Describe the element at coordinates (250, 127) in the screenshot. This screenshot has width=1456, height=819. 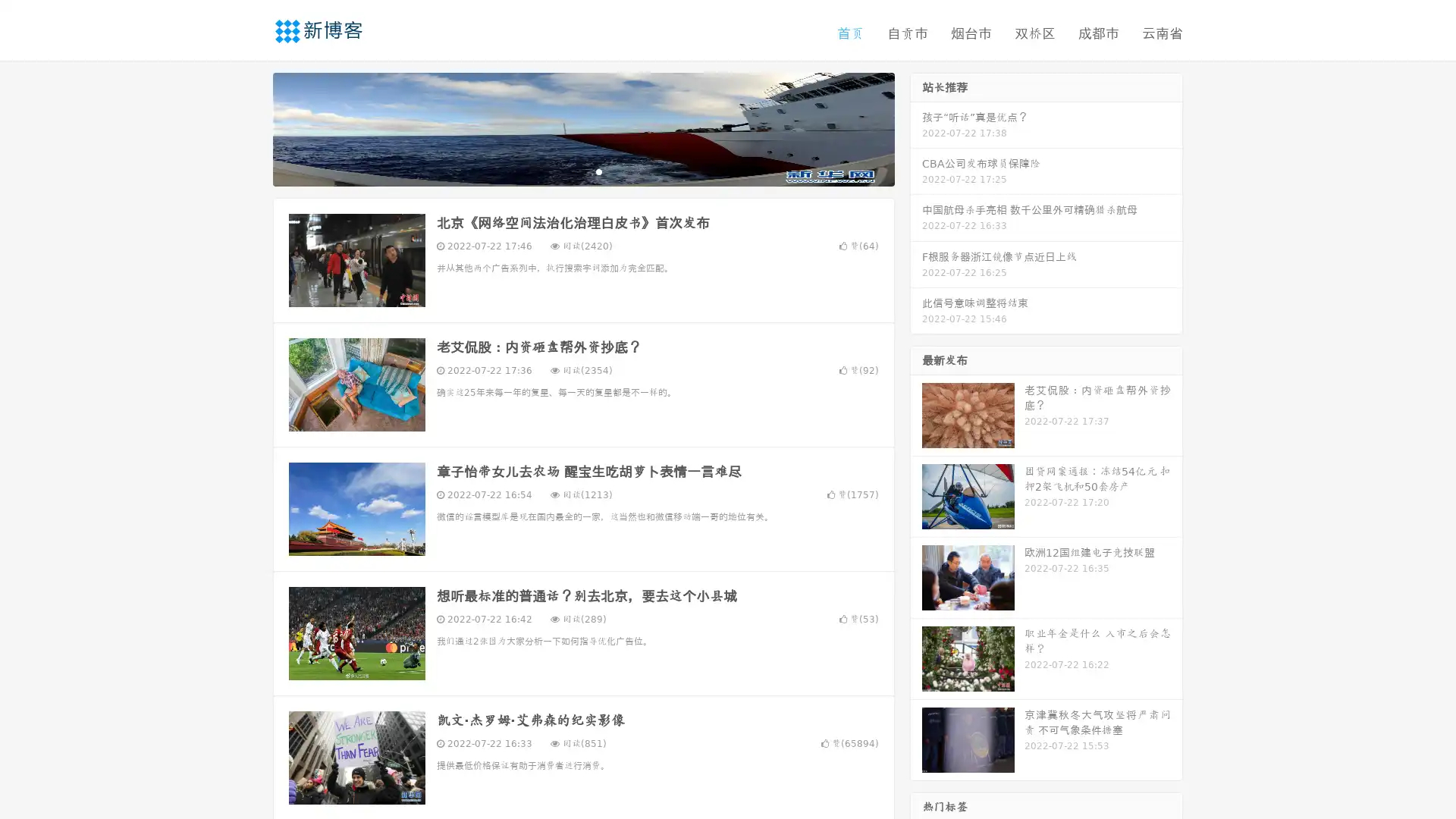
I see `Previous slide` at that location.